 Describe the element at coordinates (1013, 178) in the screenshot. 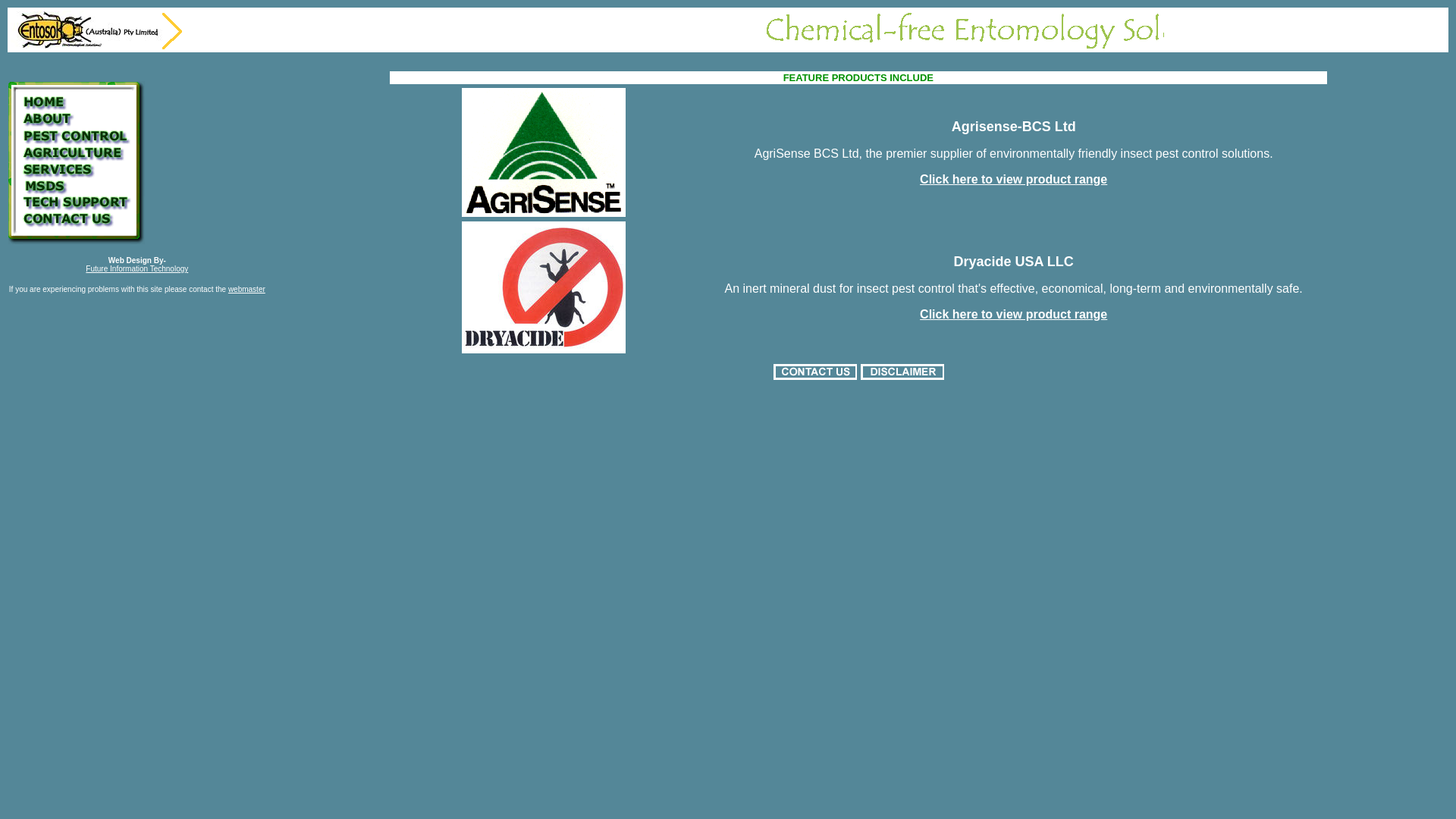

I see `'Click here to view product range'` at that location.